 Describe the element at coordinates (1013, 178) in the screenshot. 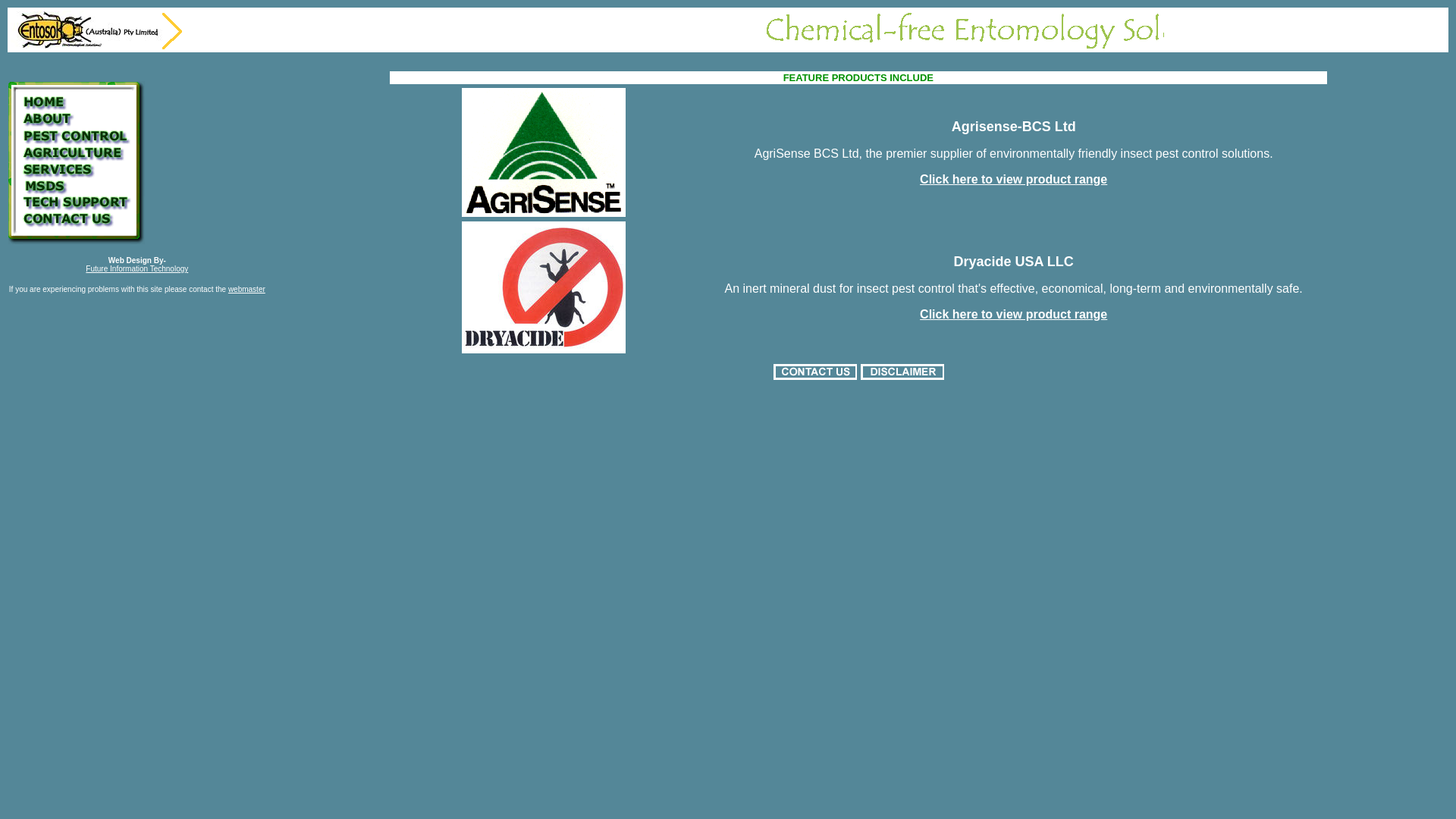

I see `'Click here to view product range'` at that location.